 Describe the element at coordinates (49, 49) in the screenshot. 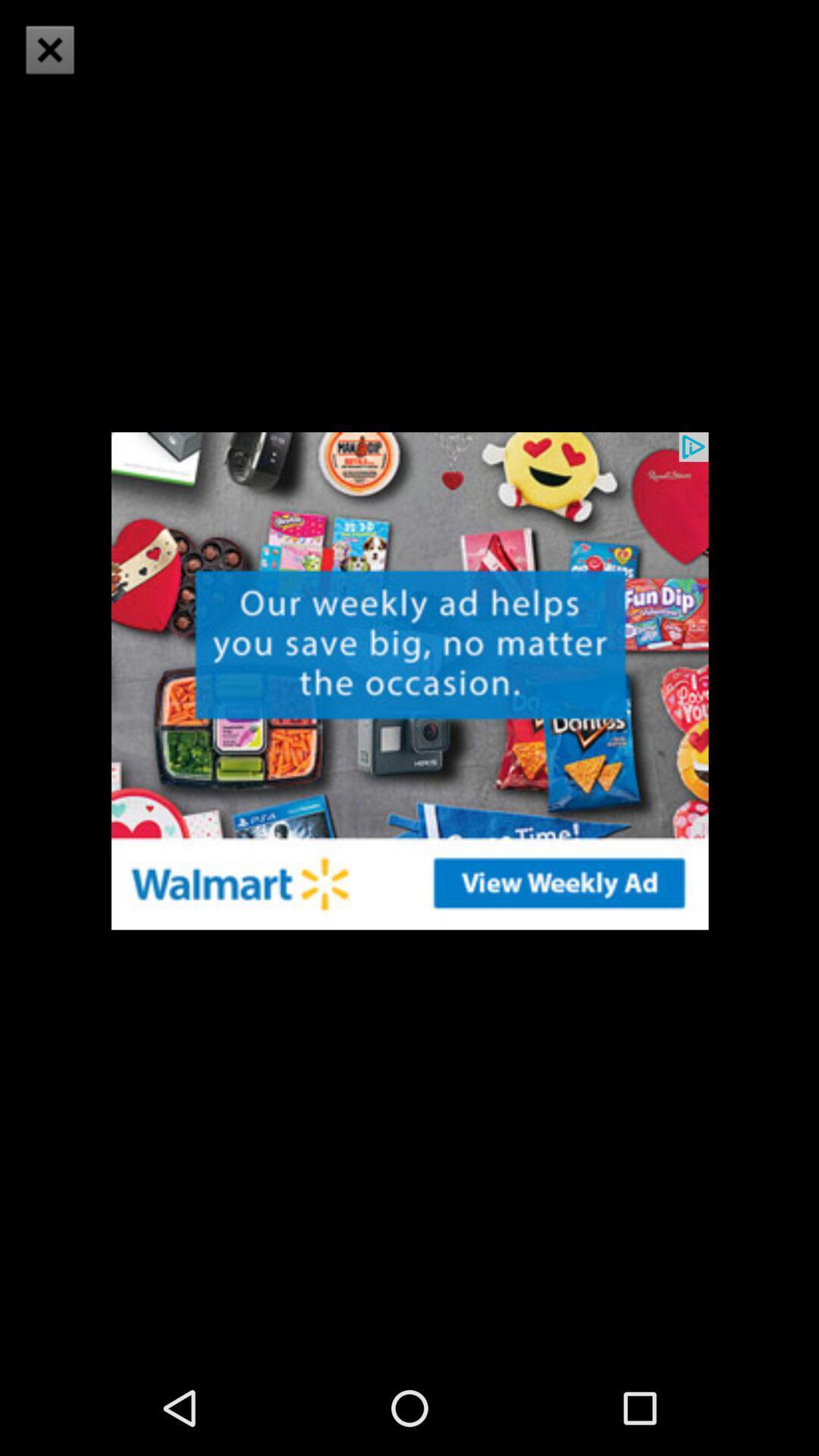

I see `the close icon` at that location.